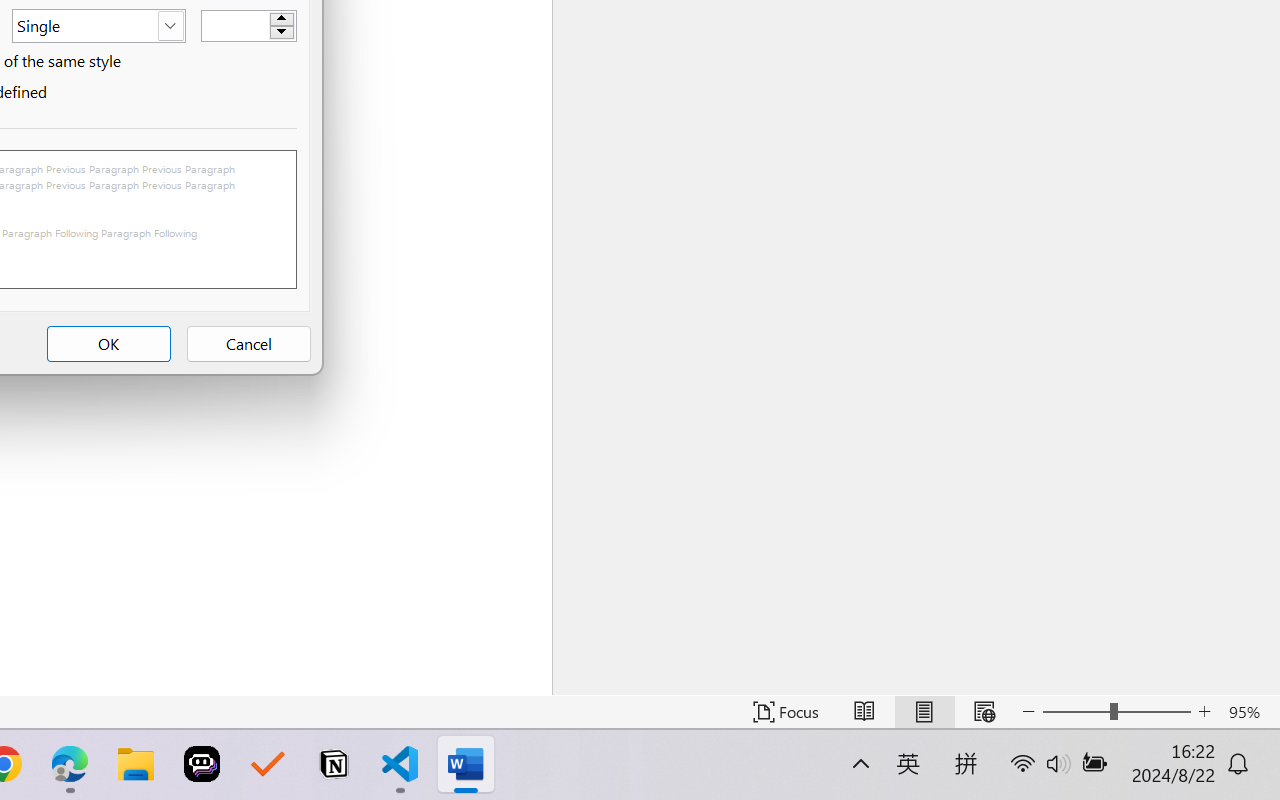  Describe the element at coordinates (202, 764) in the screenshot. I see `'Poe'` at that location.